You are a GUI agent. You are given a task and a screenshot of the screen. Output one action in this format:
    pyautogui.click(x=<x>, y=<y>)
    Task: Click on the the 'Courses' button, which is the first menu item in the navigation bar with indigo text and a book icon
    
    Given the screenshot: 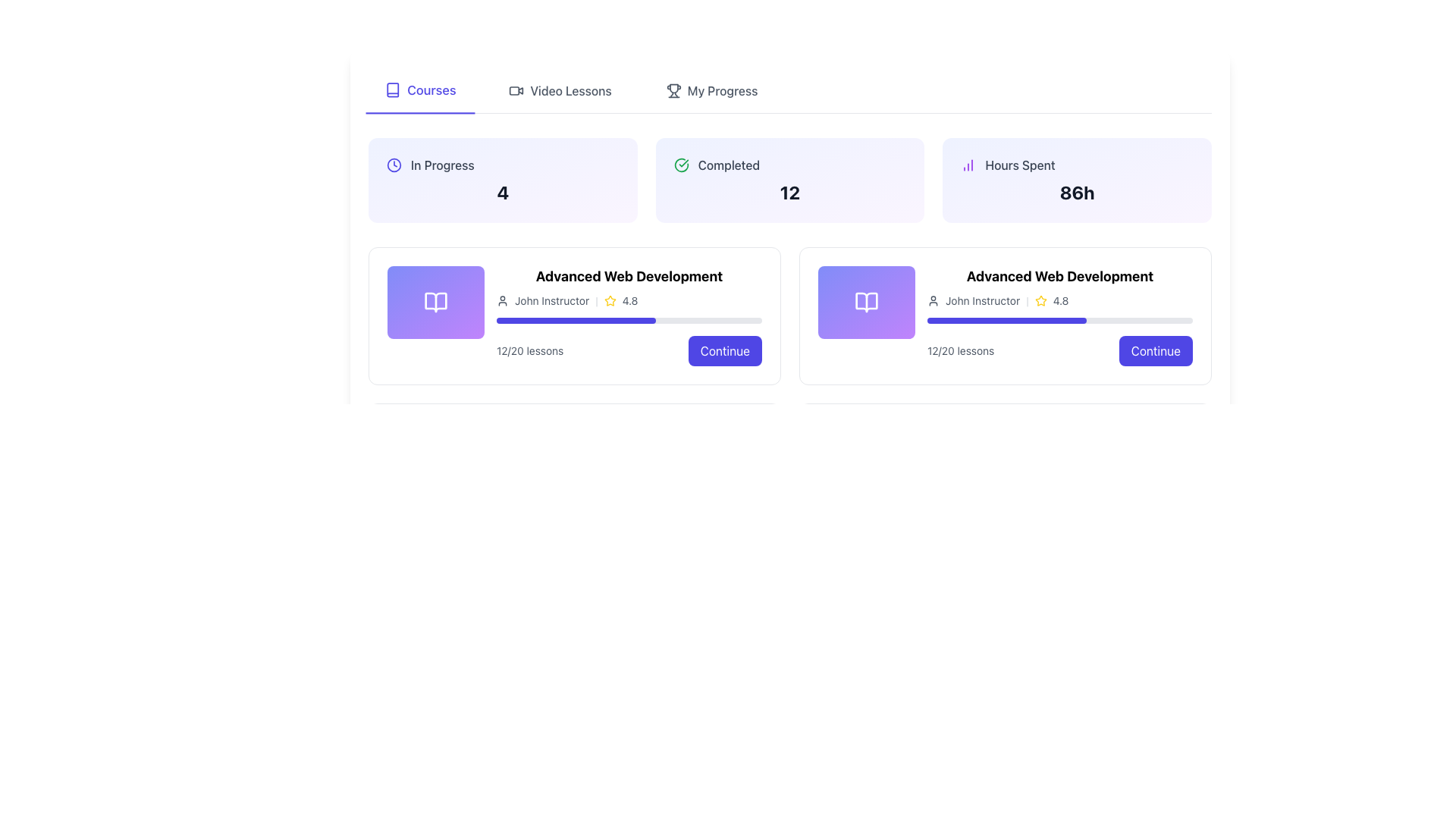 What is the action you would take?
    pyautogui.click(x=420, y=90)
    